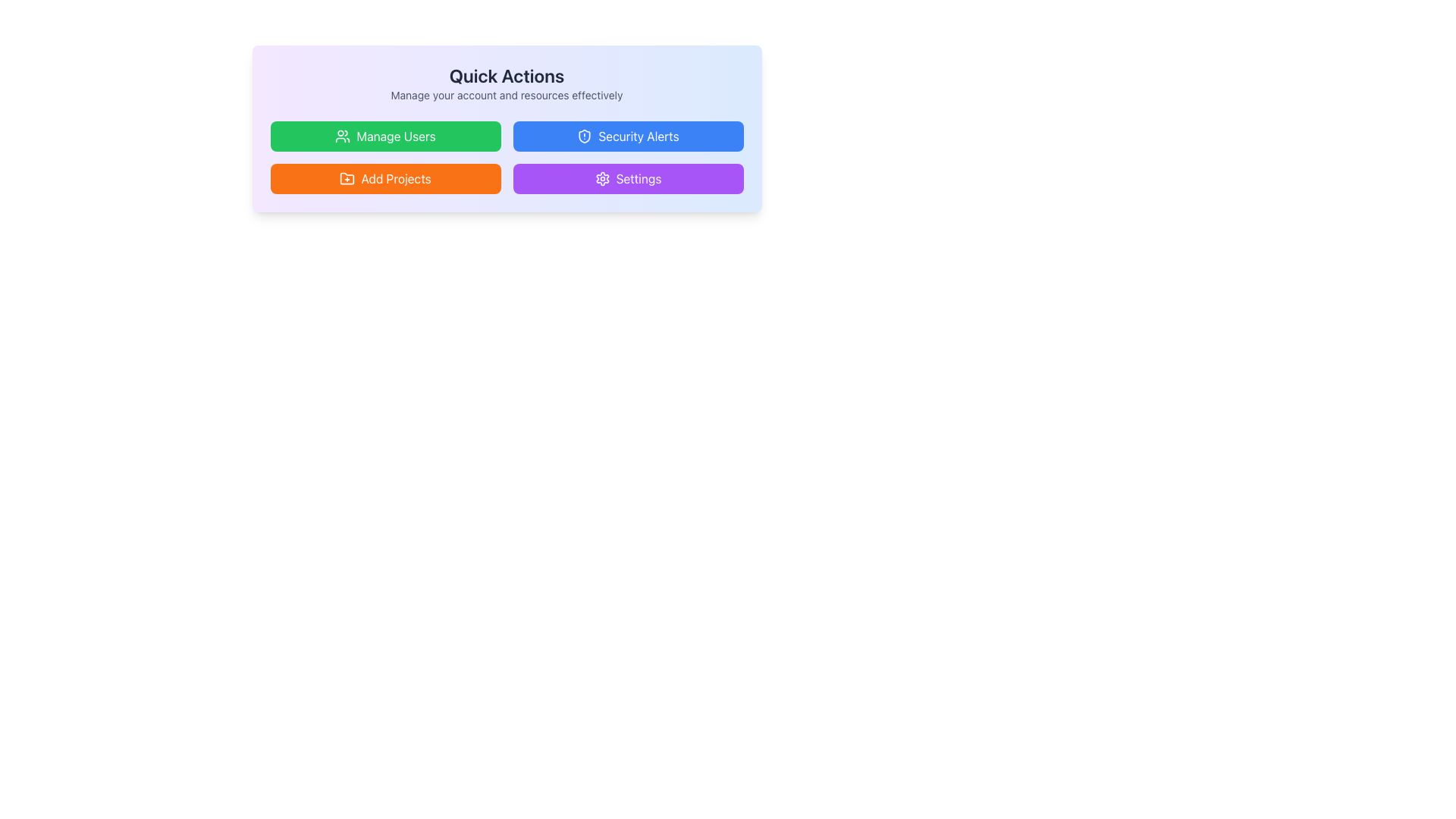 The image size is (1456, 819). What do you see at coordinates (628, 136) in the screenshot?
I see `the security alerts button located in the top-right section of the button grid, which is the second button in the first row, positioned to the right of the 'Manage Users' button` at bounding box center [628, 136].